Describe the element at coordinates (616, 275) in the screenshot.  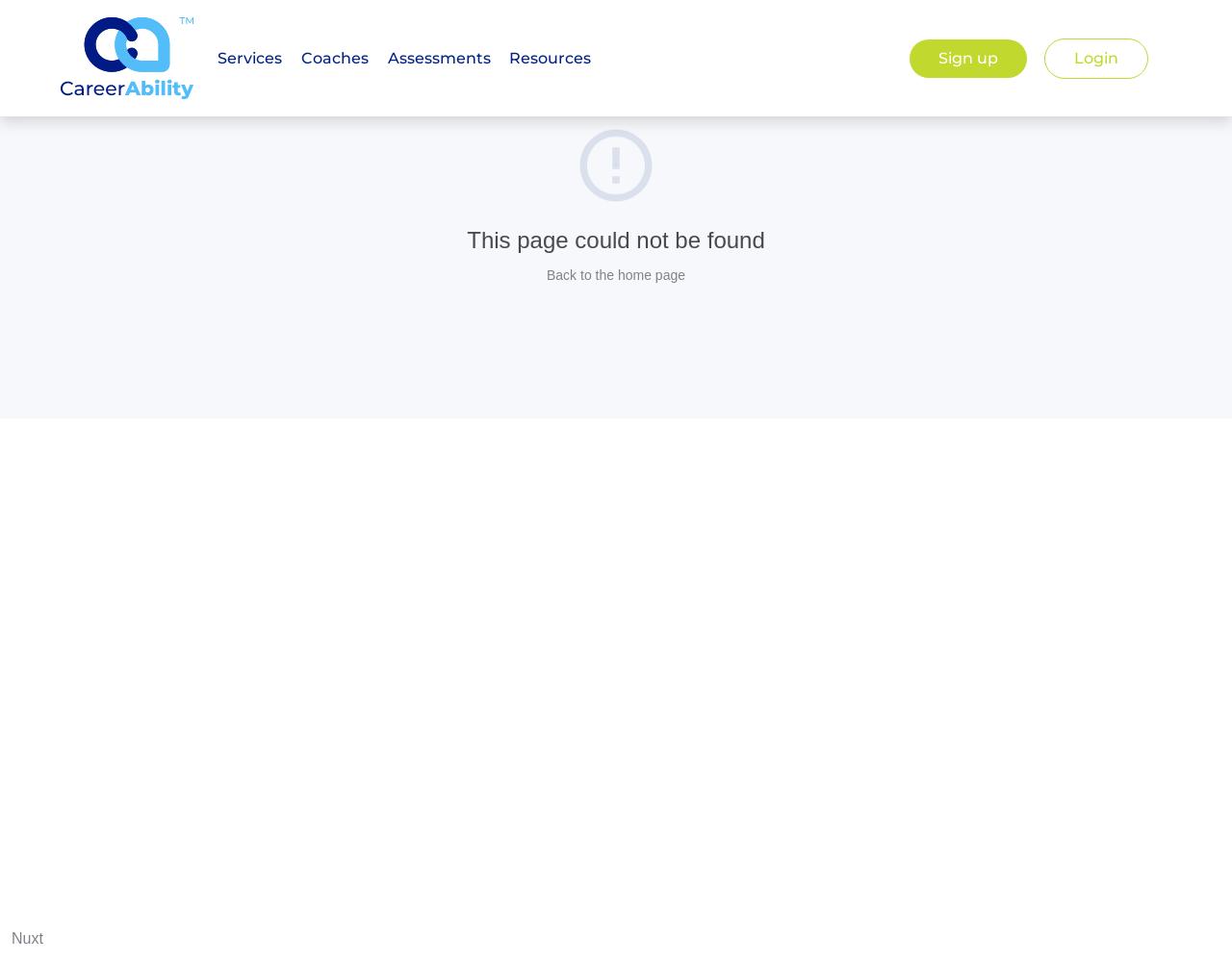
I see `'Back to the home page'` at that location.